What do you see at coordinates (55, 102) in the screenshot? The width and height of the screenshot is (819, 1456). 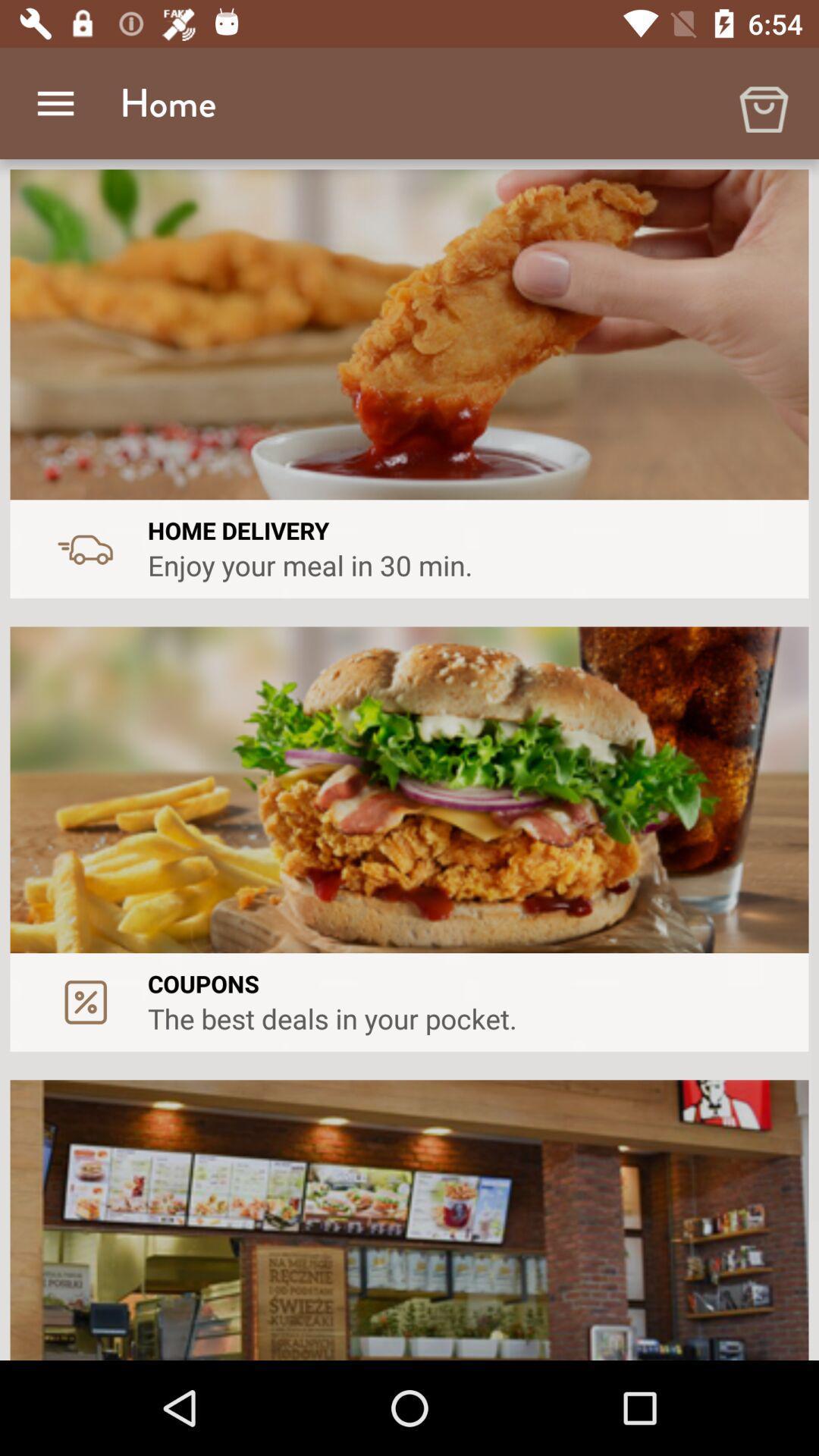 I see `the item to the left of the home` at bounding box center [55, 102].